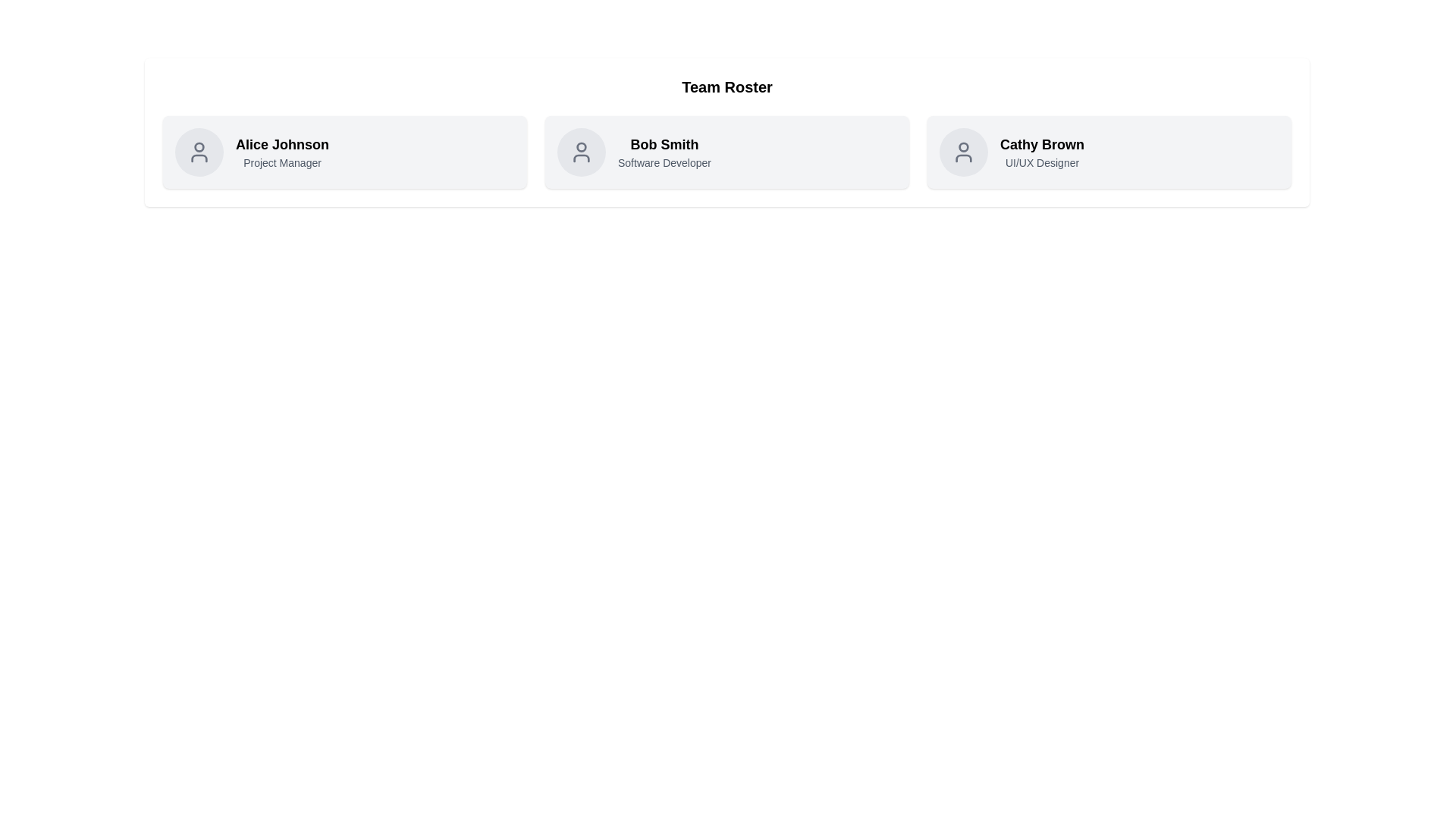 The image size is (1456, 819). I want to click on text content of the Text Display element that shows 'Cathy Brown' and 'UI/UX Designer' in the third profile card located at the far right, so click(1041, 152).